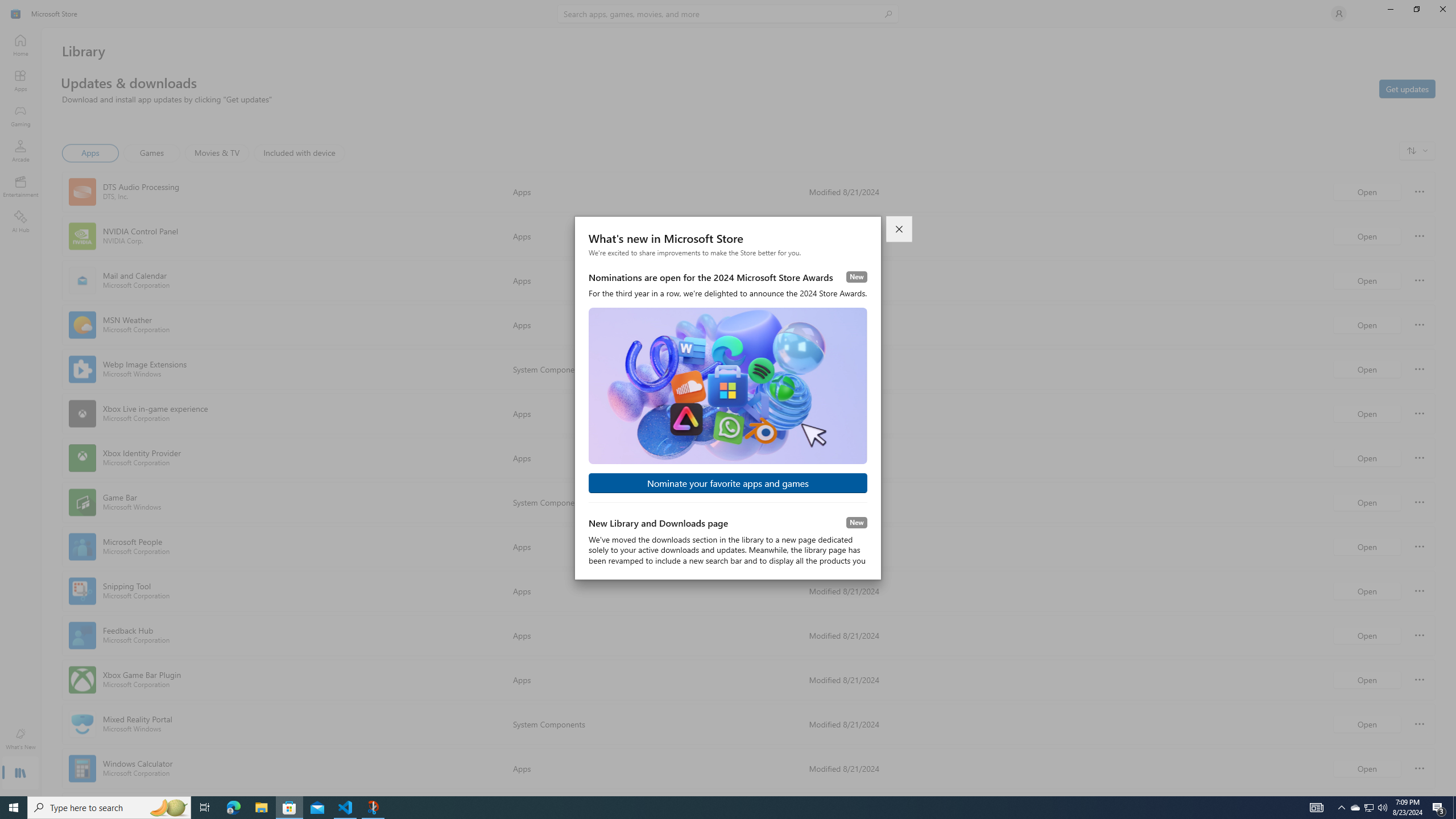 The width and height of the screenshot is (1456, 819). Describe the element at coordinates (1389, 9) in the screenshot. I see `'Minimize Microsoft Store'` at that location.